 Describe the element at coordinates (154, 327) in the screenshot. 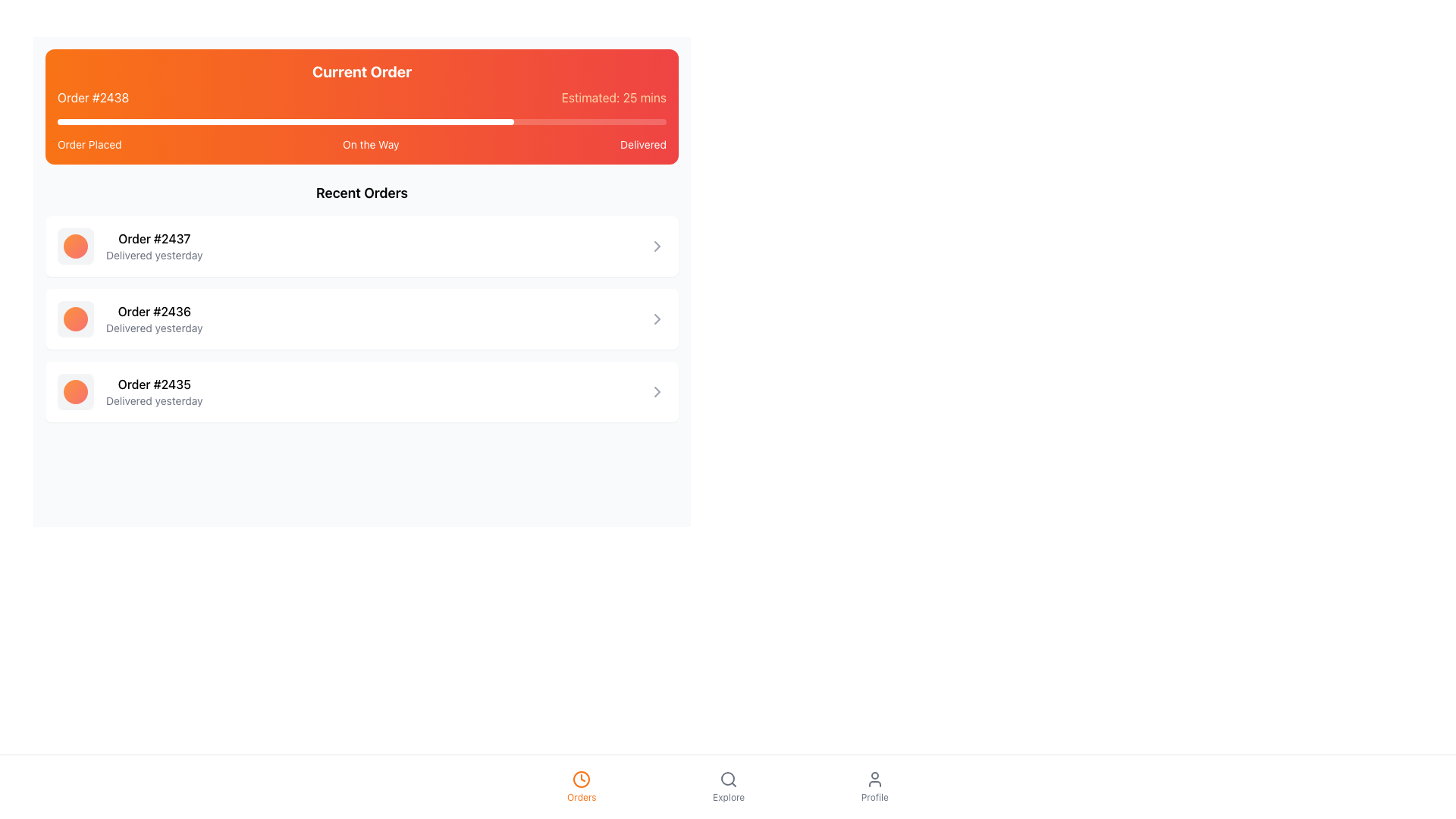

I see `text content of the label displaying 'Delivered yesterday', which is located directly below the 'Order #2436' label in the Recent Orders section` at that location.